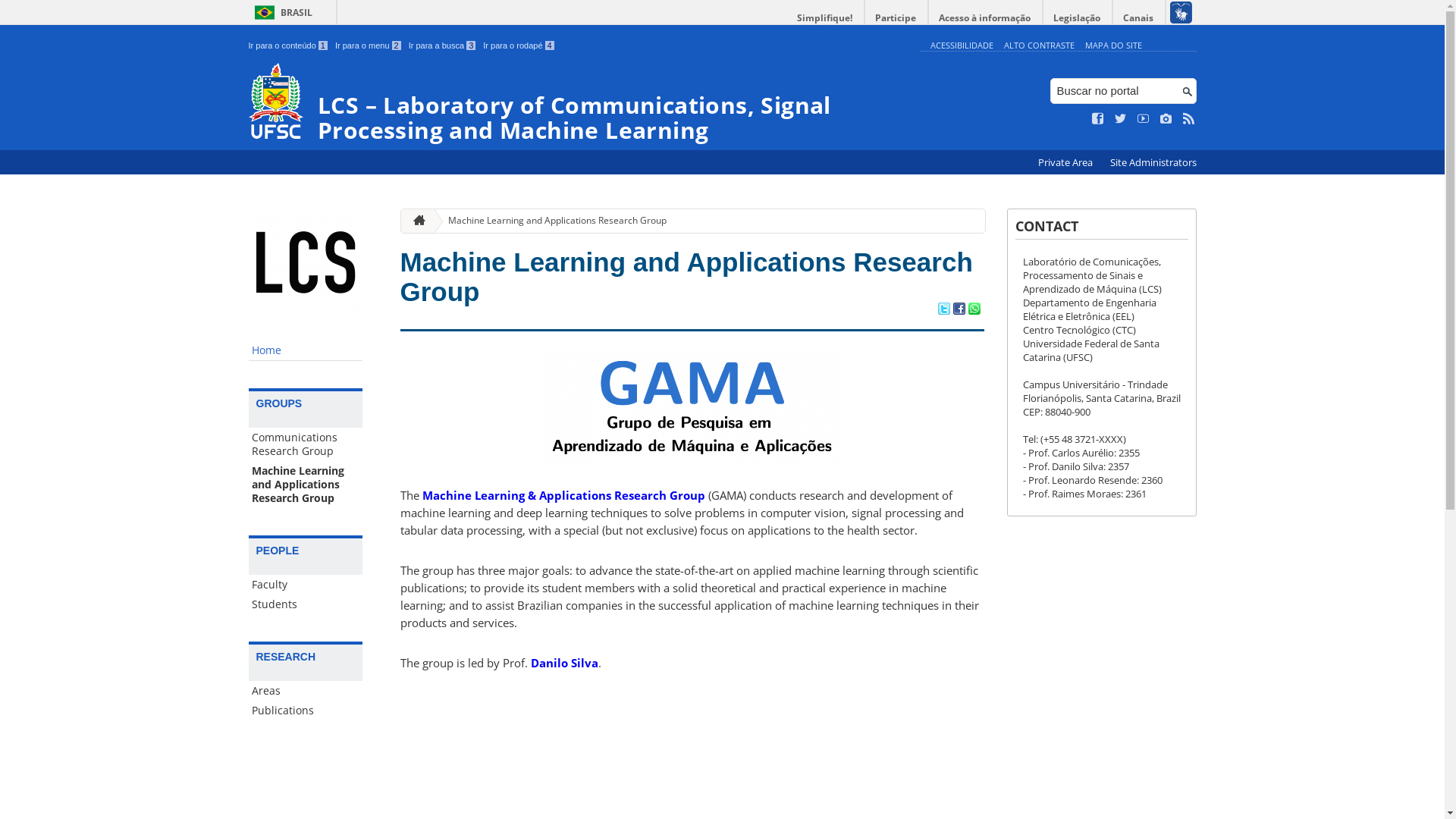 The width and height of the screenshot is (1456, 819). Describe the element at coordinates (305, 690) in the screenshot. I see `'Areas'` at that location.